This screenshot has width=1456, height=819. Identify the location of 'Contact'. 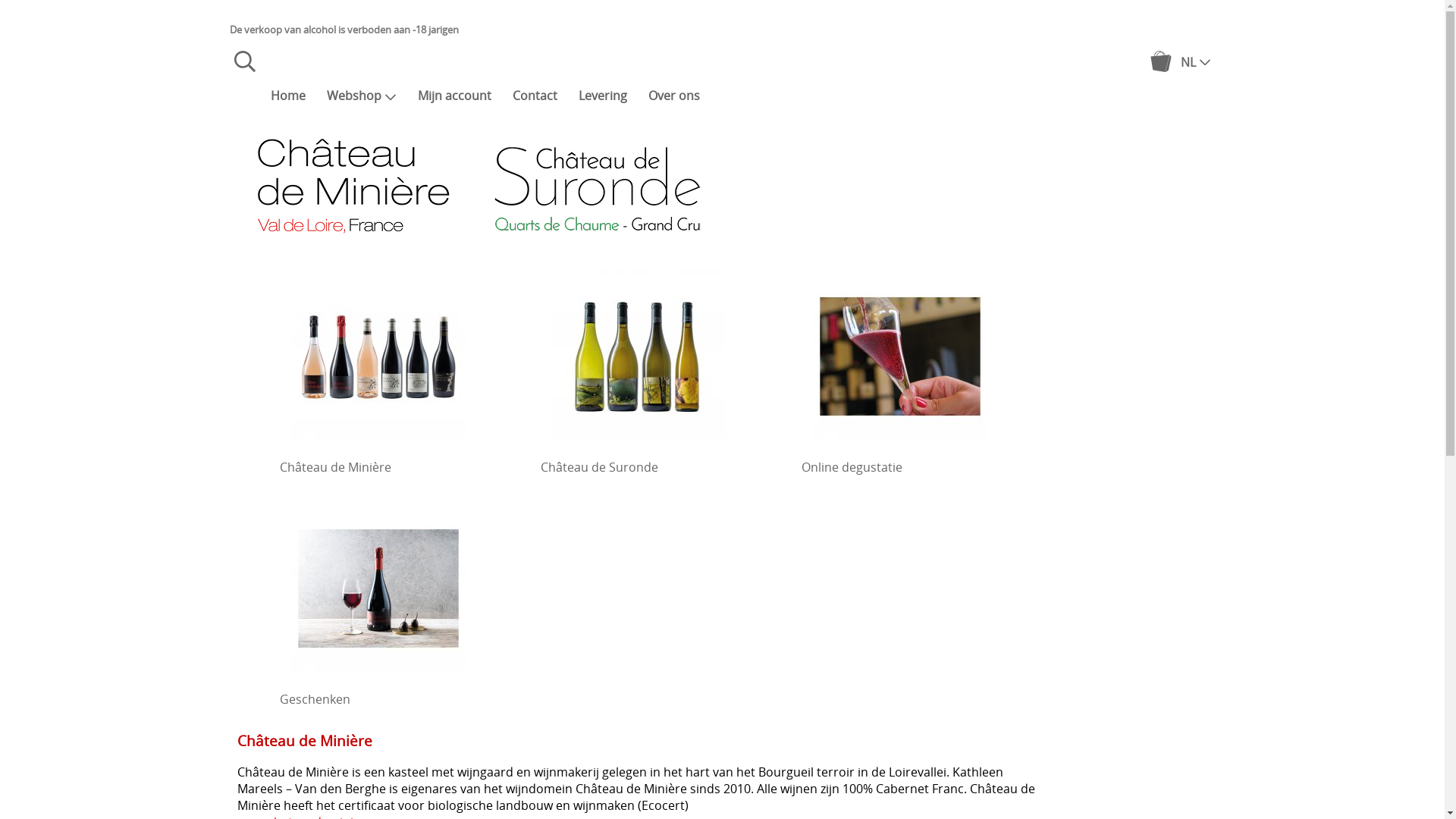
(502, 96).